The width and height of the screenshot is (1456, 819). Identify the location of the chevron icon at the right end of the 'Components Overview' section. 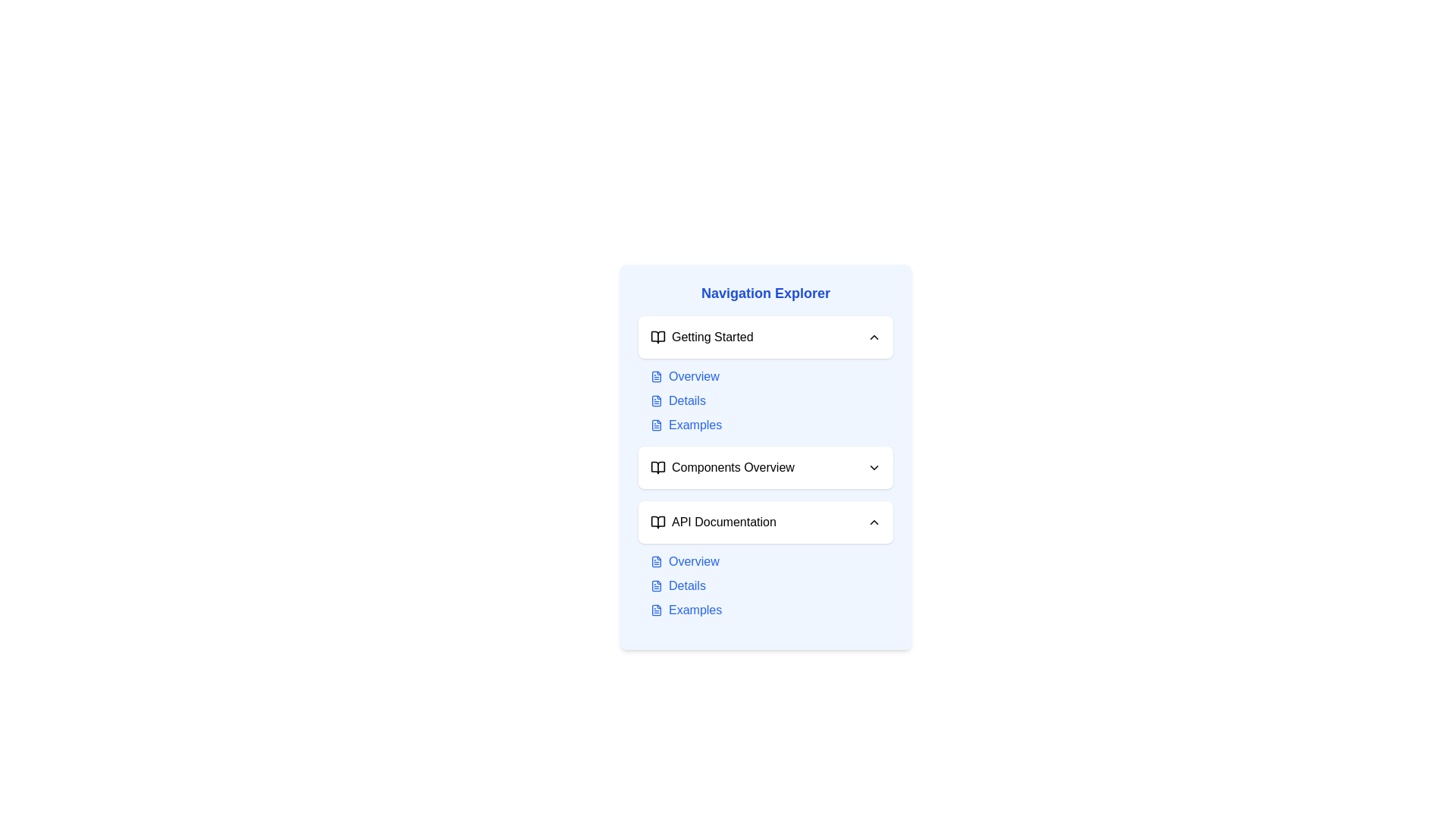
(874, 467).